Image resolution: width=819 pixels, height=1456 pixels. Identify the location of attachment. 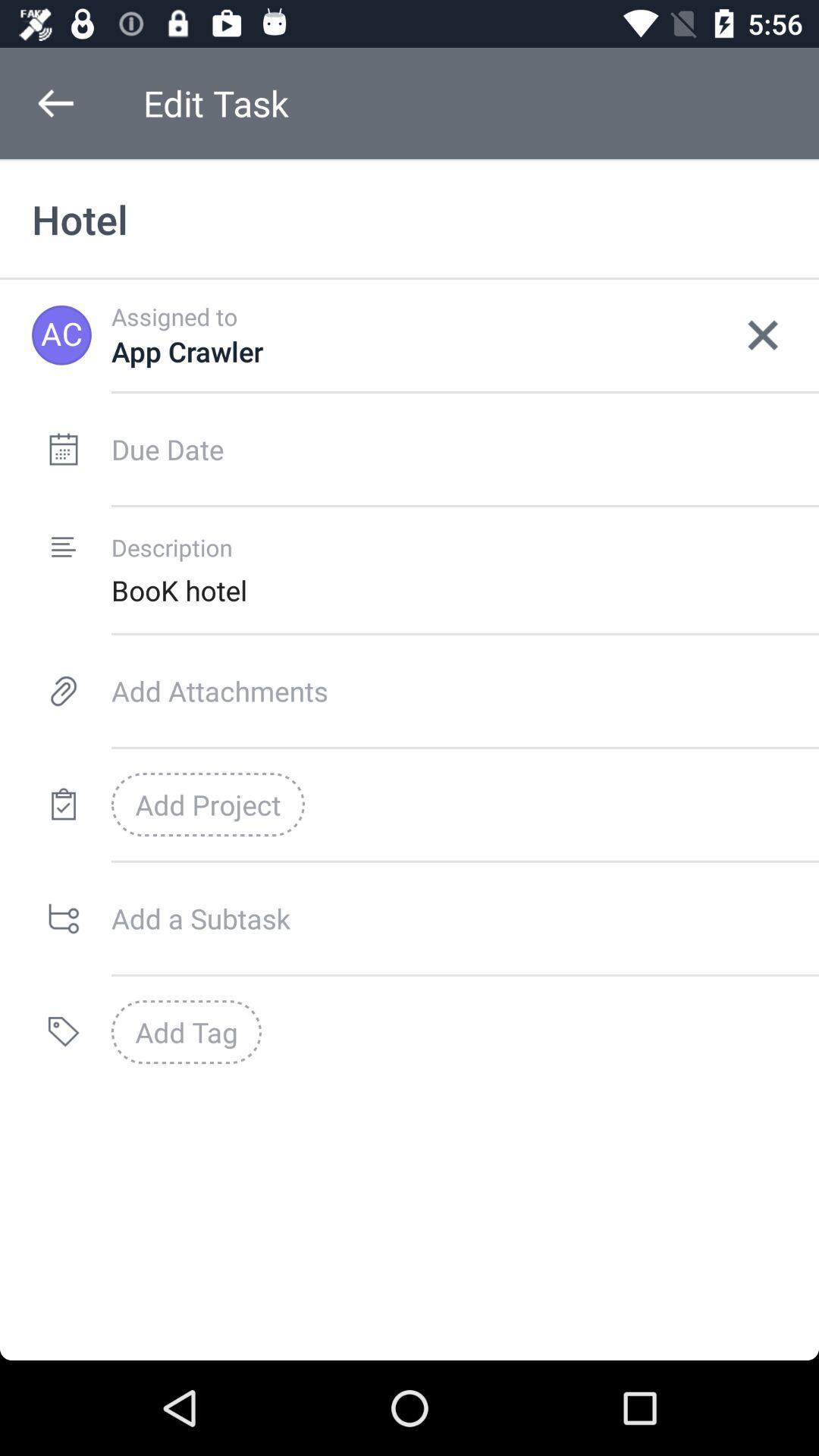
(464, 690).